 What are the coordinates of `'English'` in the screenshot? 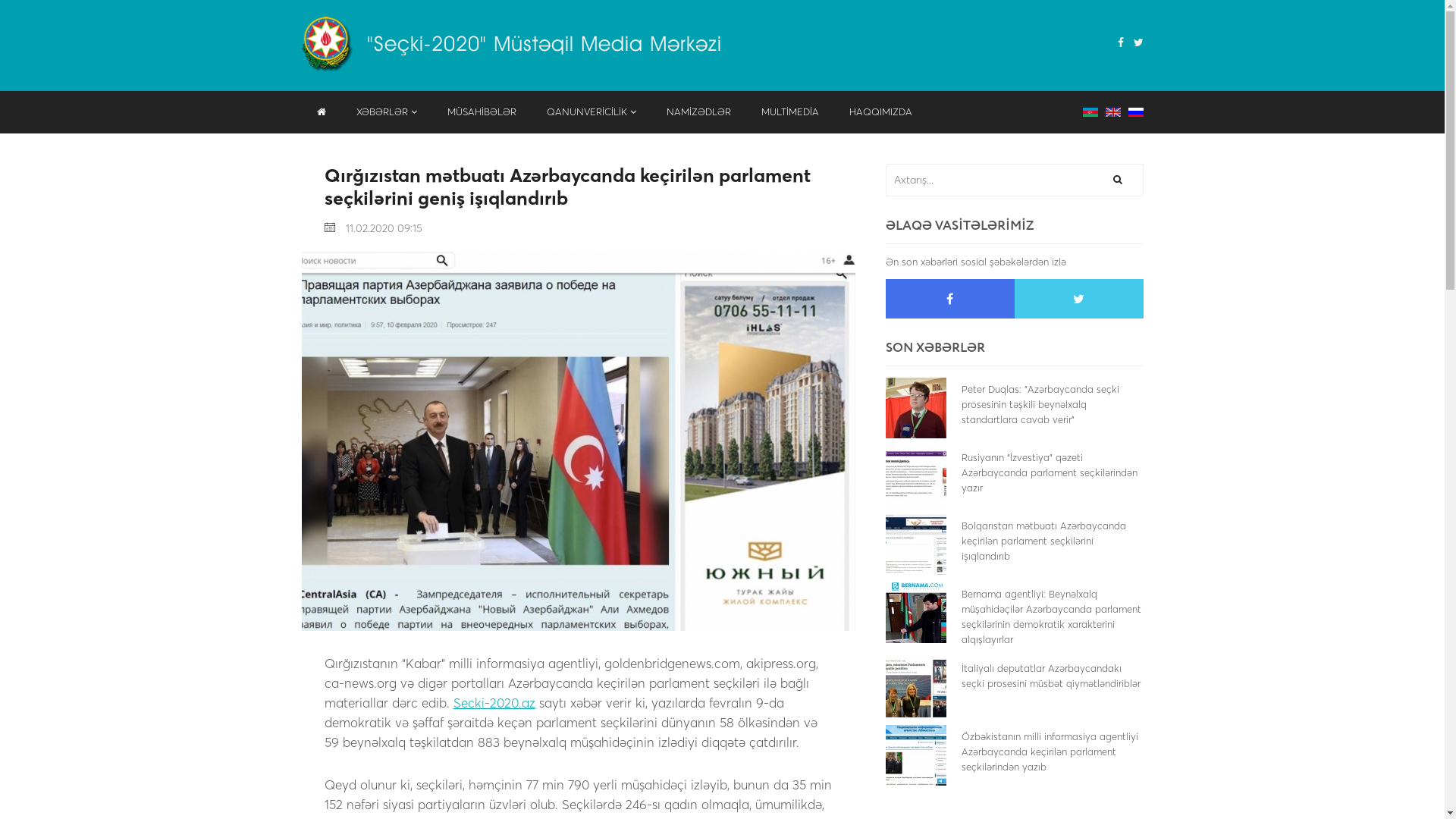 It's located at (1113, 110).